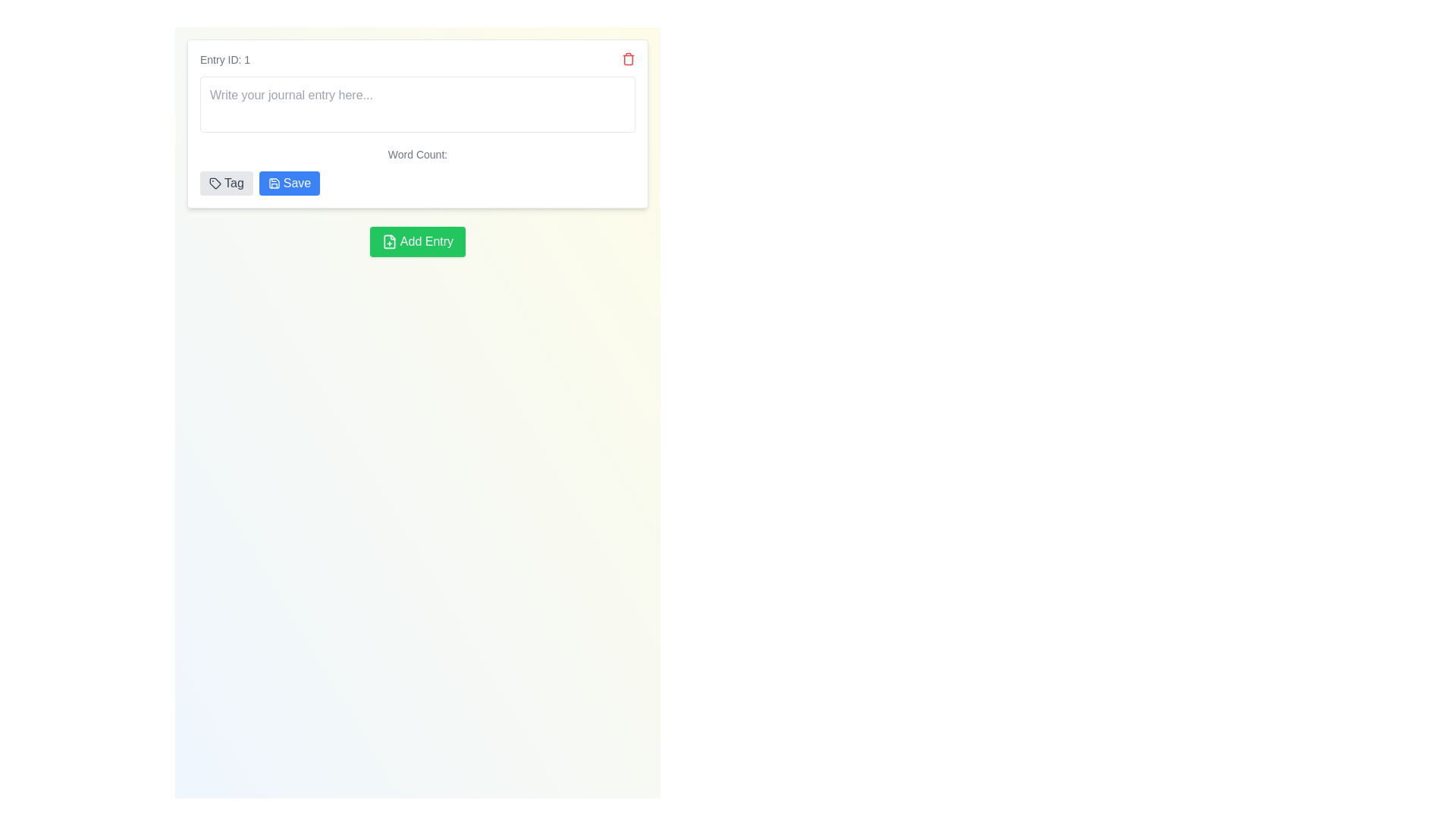 The image size is (1456, 819). Describe the element at coordinates (225, 183) in the screenshot. I see `the rectangular button with a gray background and rounded corners labeled 'Tag'` at that location.